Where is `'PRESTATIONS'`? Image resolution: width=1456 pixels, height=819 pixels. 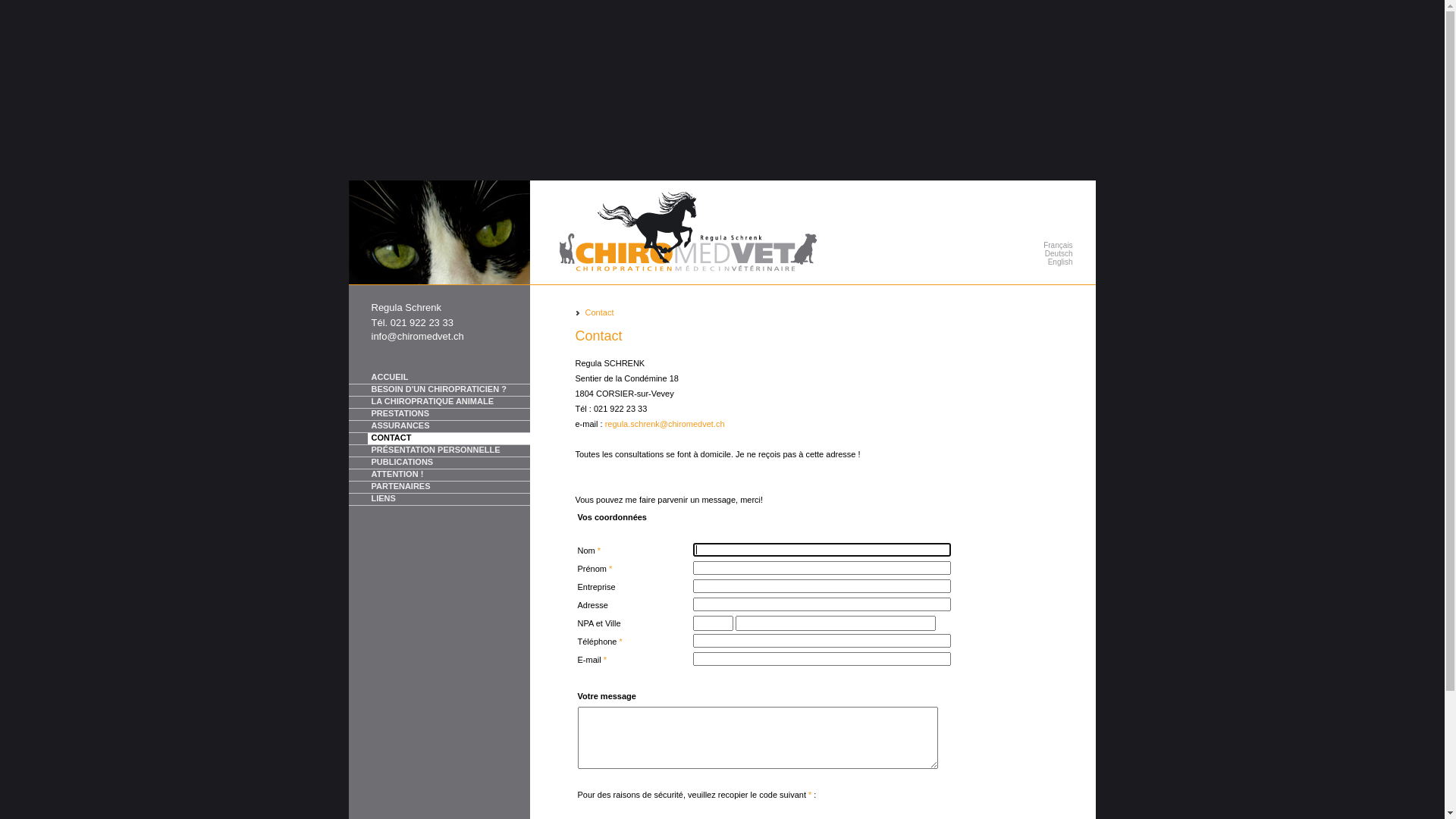
'PRESTATIONS' is located at coordinates (438, 415).